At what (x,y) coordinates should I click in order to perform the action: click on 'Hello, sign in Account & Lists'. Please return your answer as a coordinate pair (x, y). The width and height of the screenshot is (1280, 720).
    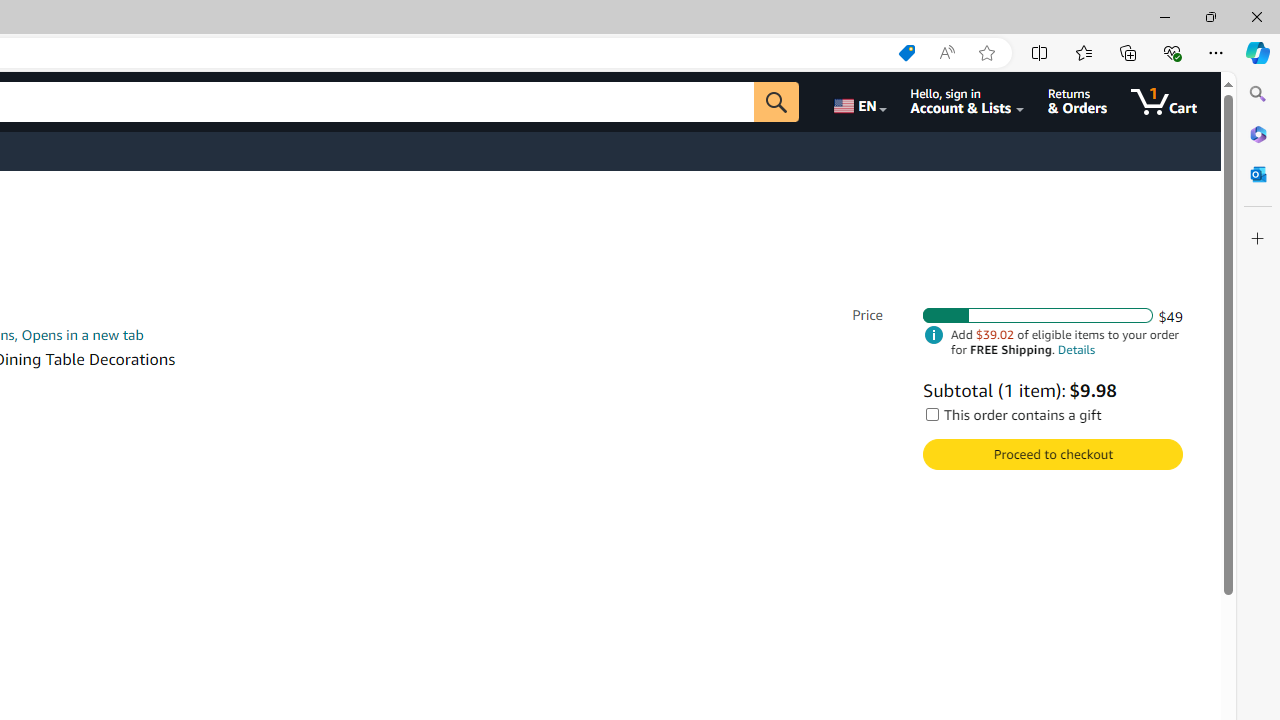
    Looking at the image, I should click on (967, 101).